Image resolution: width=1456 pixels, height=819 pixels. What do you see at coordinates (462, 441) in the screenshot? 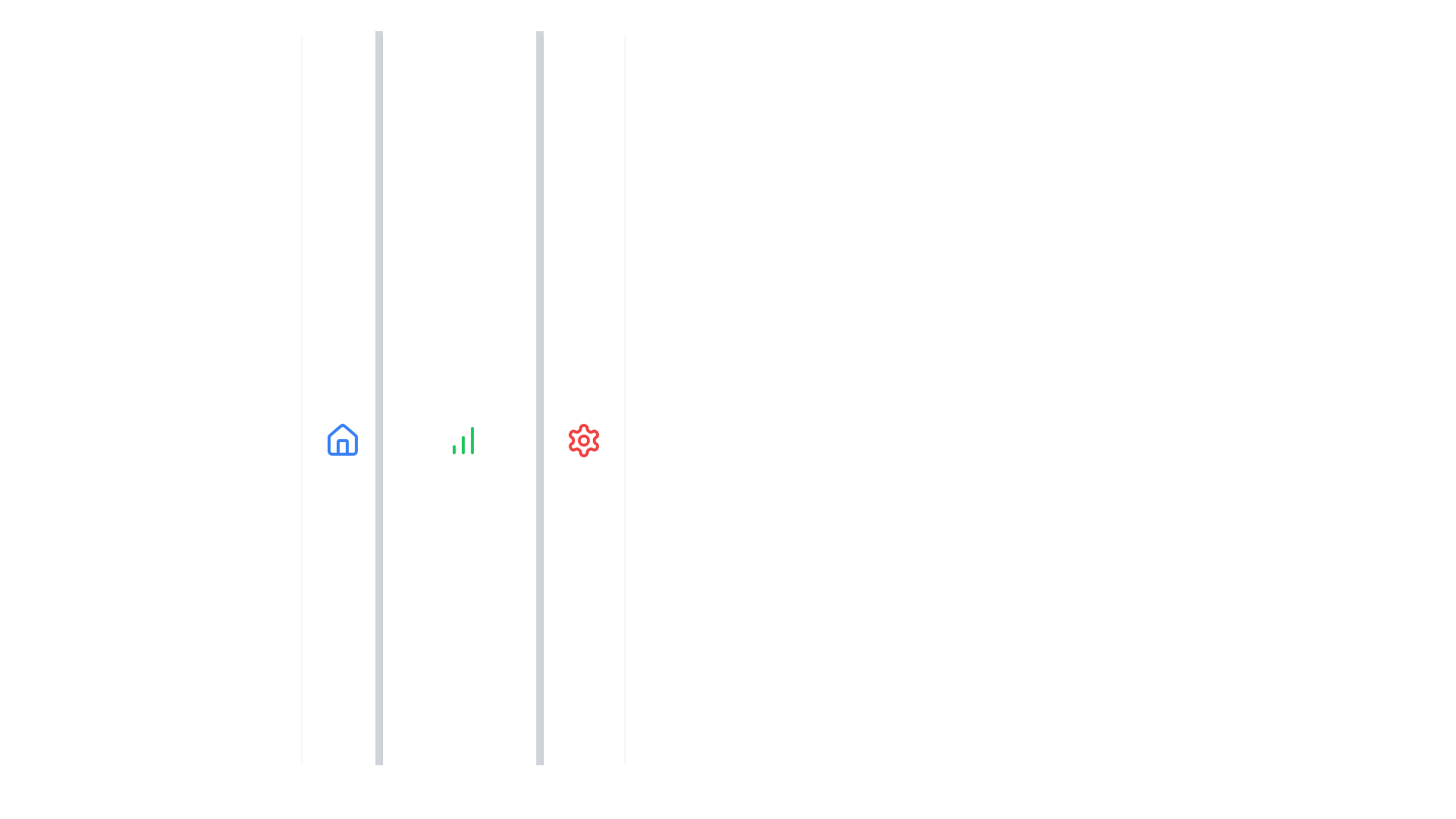
I see `the bar chart icon` at bounding box center [462, 441].